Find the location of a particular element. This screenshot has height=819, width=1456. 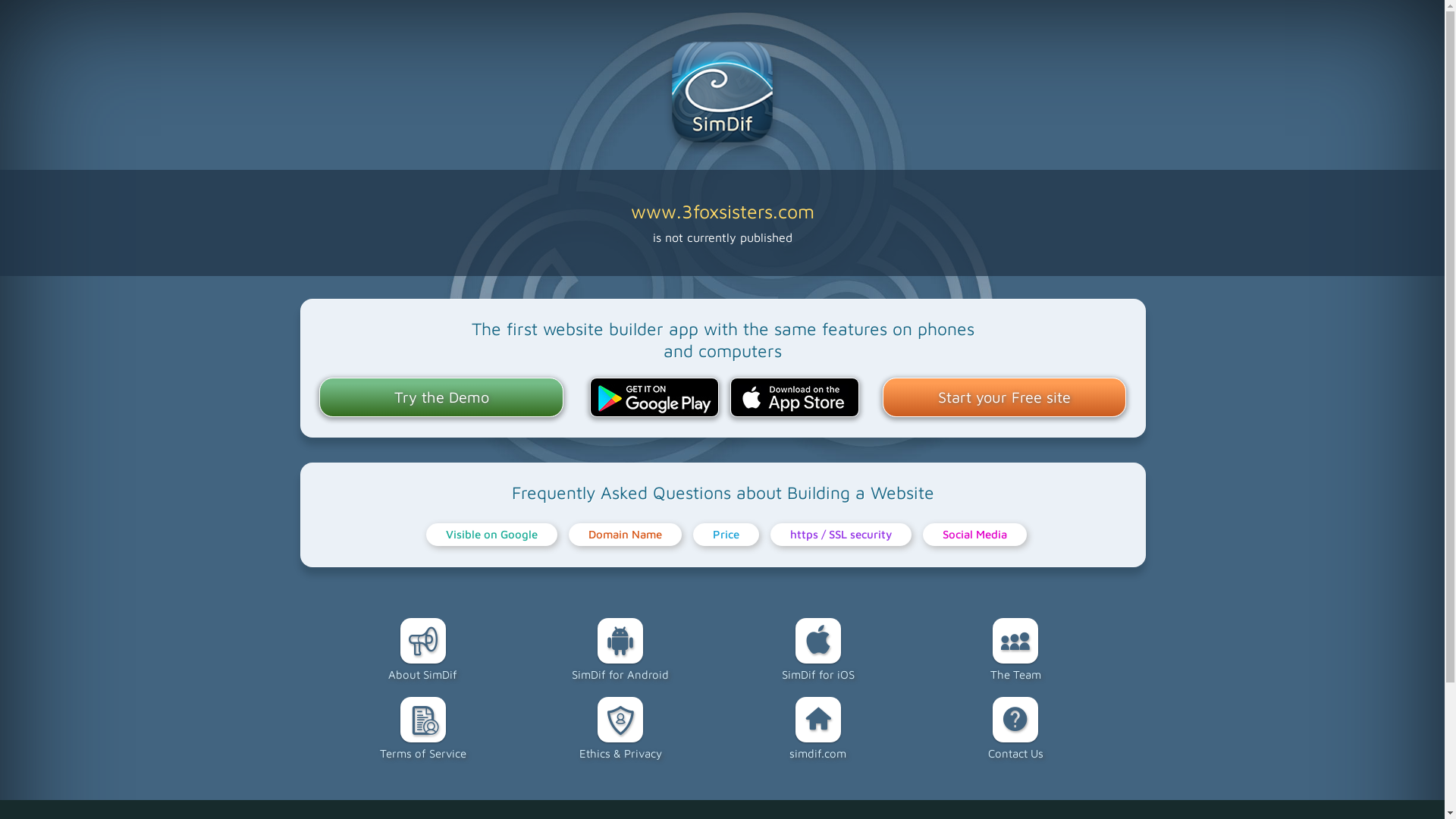

'Contact Us' is located at coordinates (1015, 727).